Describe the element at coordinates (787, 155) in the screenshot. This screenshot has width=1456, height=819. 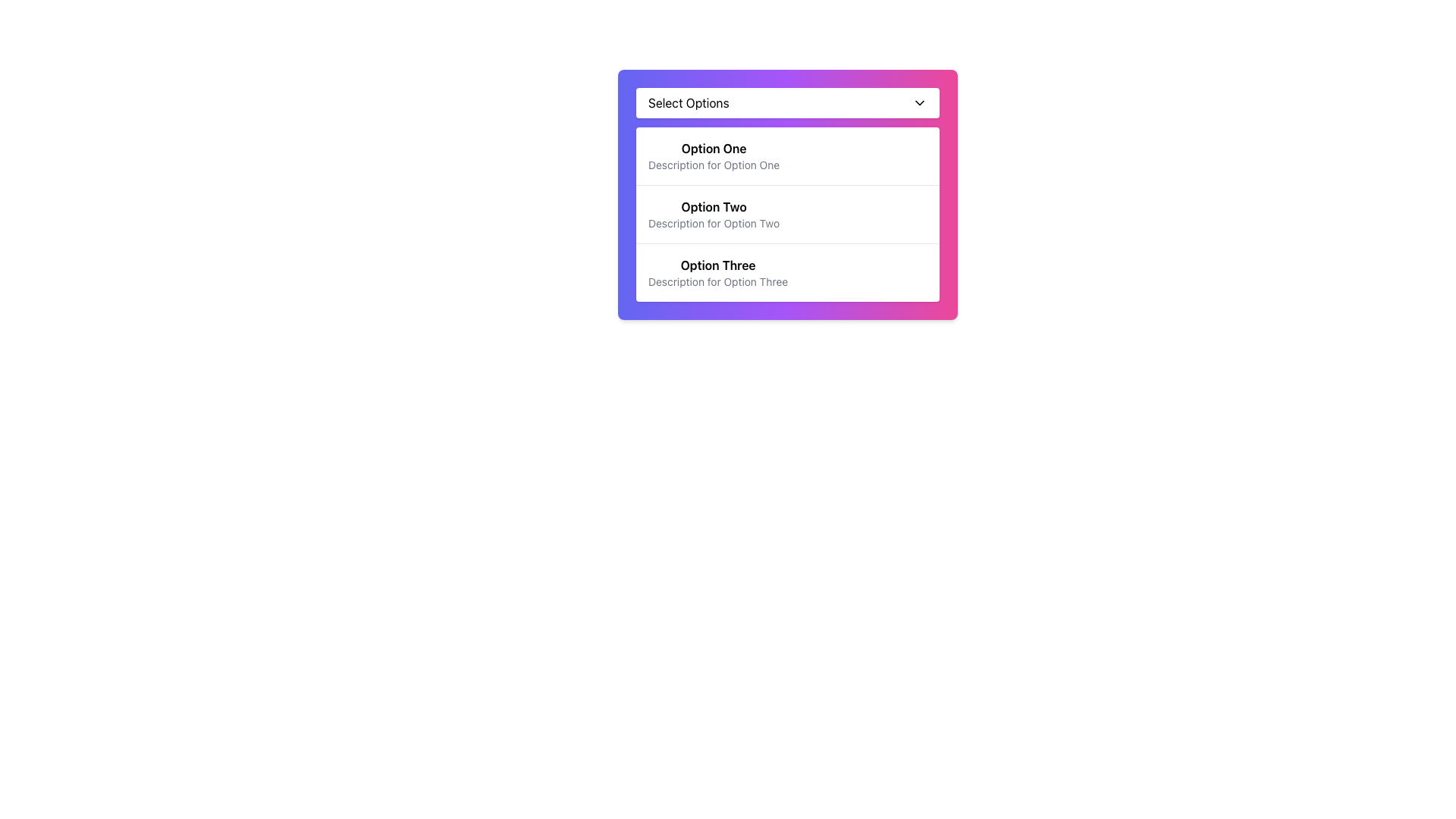
I see `the first option in the dropdown menu located below 'Select Options'` at that location.